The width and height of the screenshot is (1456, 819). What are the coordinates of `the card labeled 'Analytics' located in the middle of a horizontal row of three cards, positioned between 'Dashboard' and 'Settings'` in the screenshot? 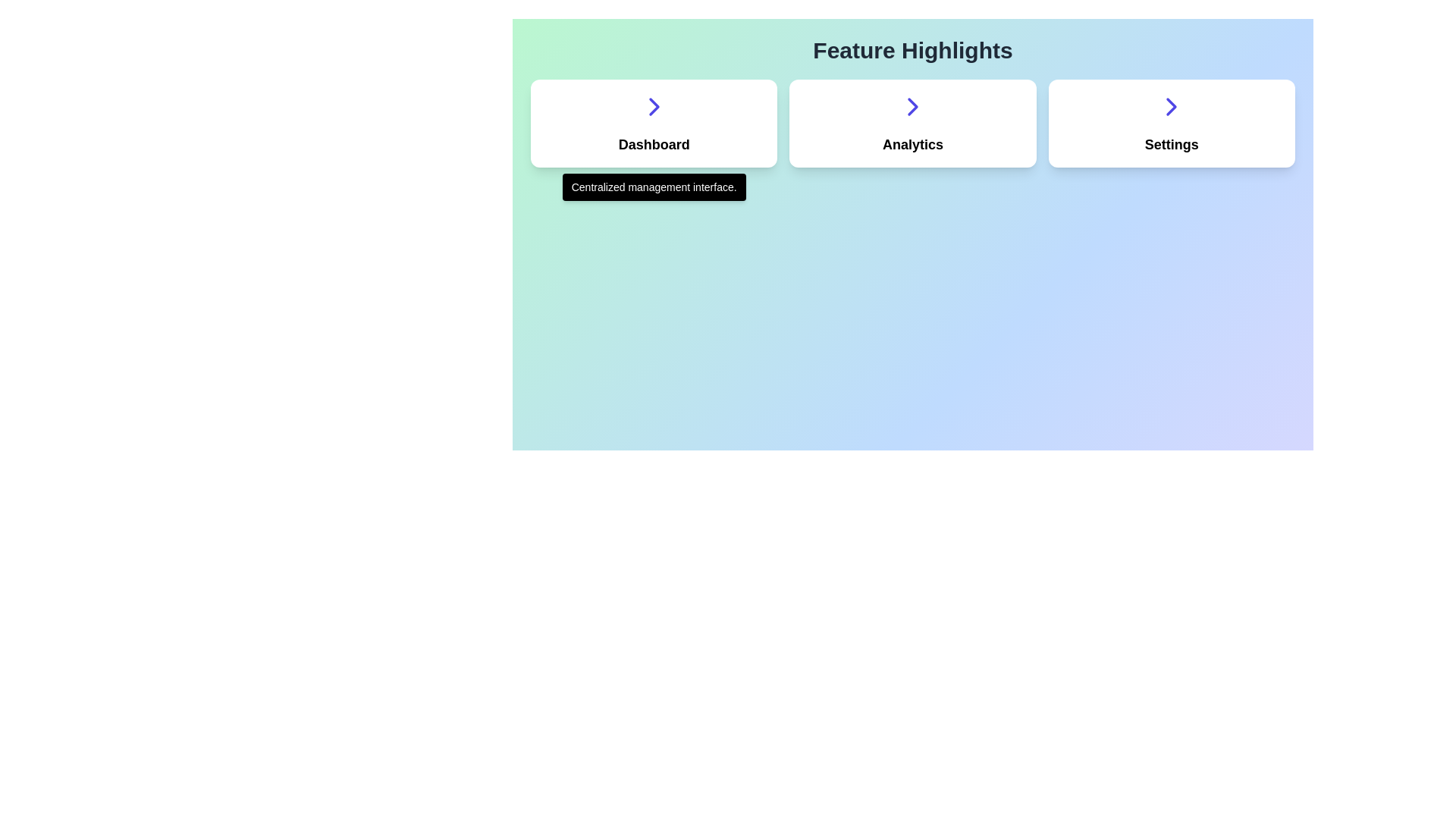 It's located at (912, 122).